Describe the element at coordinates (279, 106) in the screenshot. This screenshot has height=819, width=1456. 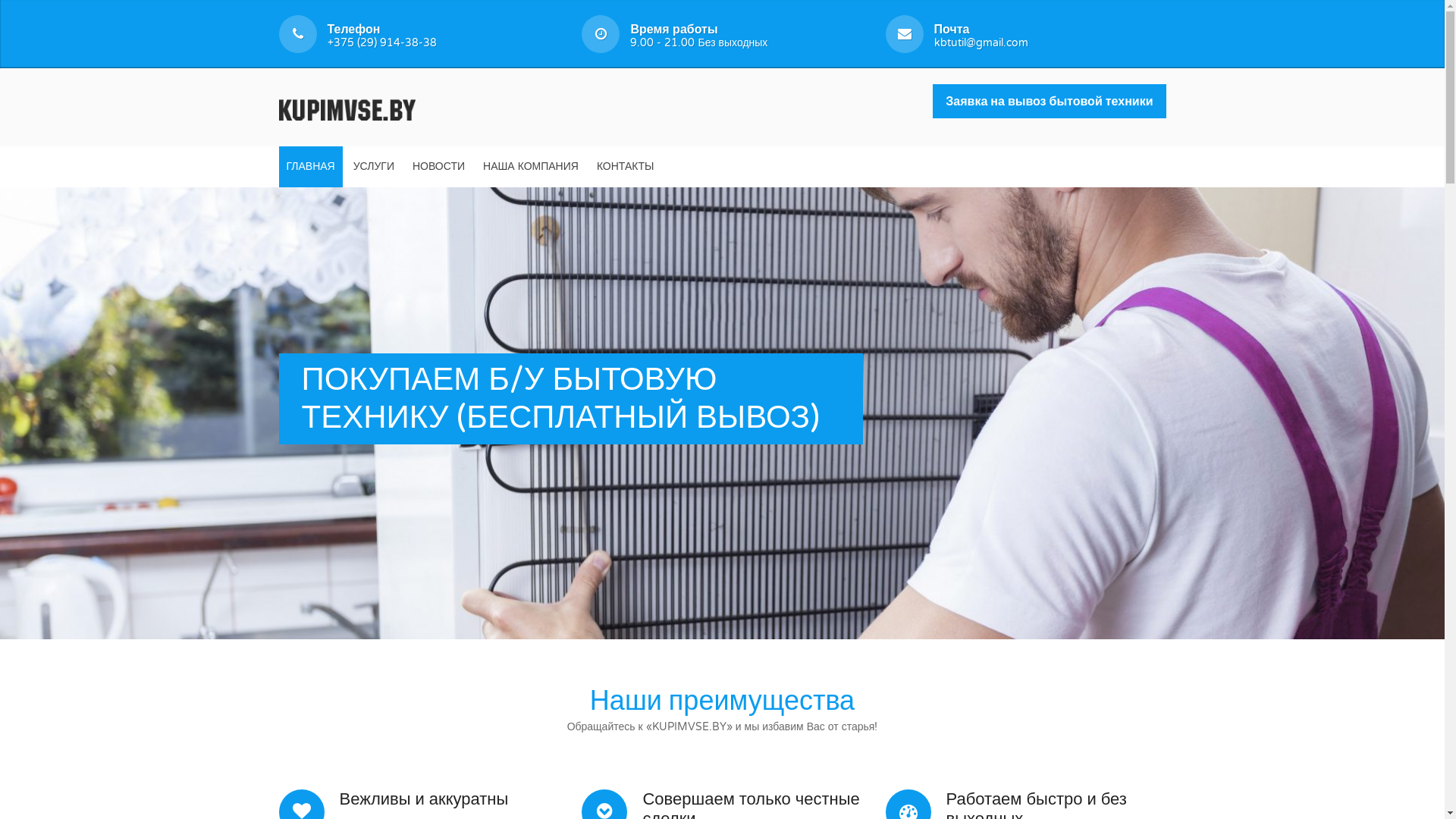
I see `'KUPIMVSE.BY'` at that location.